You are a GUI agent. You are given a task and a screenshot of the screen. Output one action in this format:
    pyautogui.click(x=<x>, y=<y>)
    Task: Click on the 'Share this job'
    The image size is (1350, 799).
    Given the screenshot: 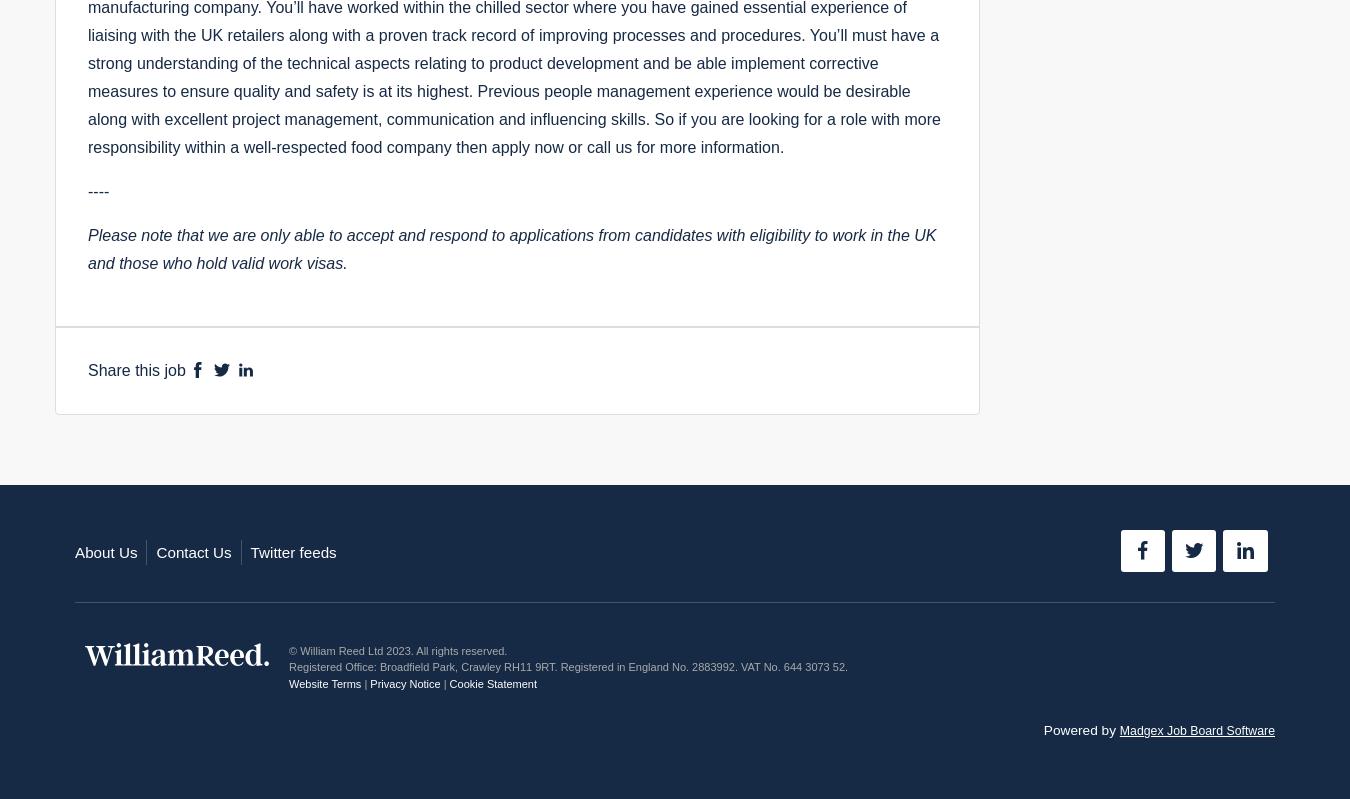 What is the action you would take?
    pyautogui.click(x=136, y=369)
    